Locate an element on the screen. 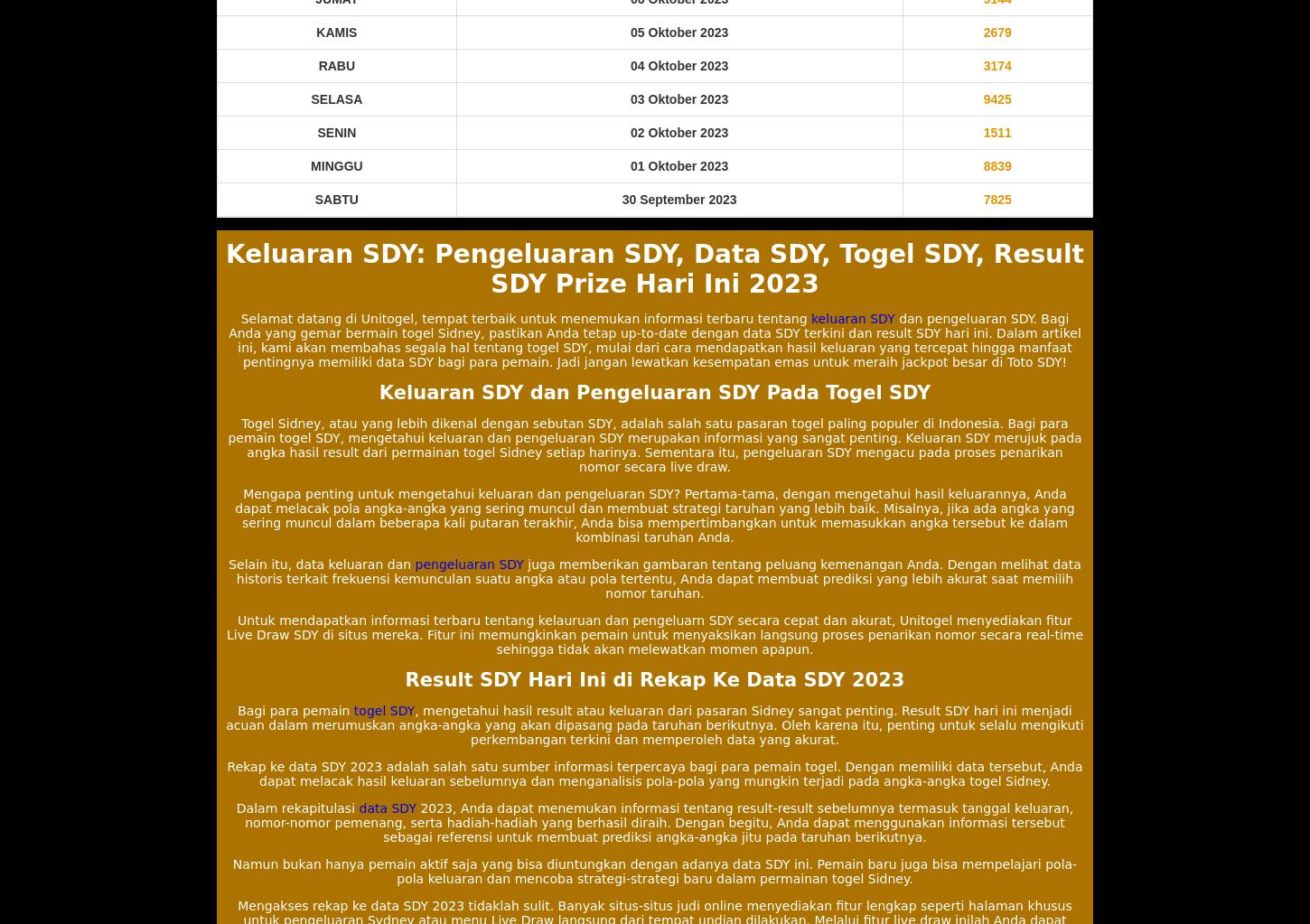  'Rekap ke data SDY 2023 adalah salah satu sumber informasi terpercaya bagi para pemain togel. Dengan memiliki data tersebut, Anda dapat melacak hasil keluaran sebelumnya dan menganalisis pola-pola yang mungkin terjadi pada angka-angka togel Sidney.' is located at coordinates (226, 772).